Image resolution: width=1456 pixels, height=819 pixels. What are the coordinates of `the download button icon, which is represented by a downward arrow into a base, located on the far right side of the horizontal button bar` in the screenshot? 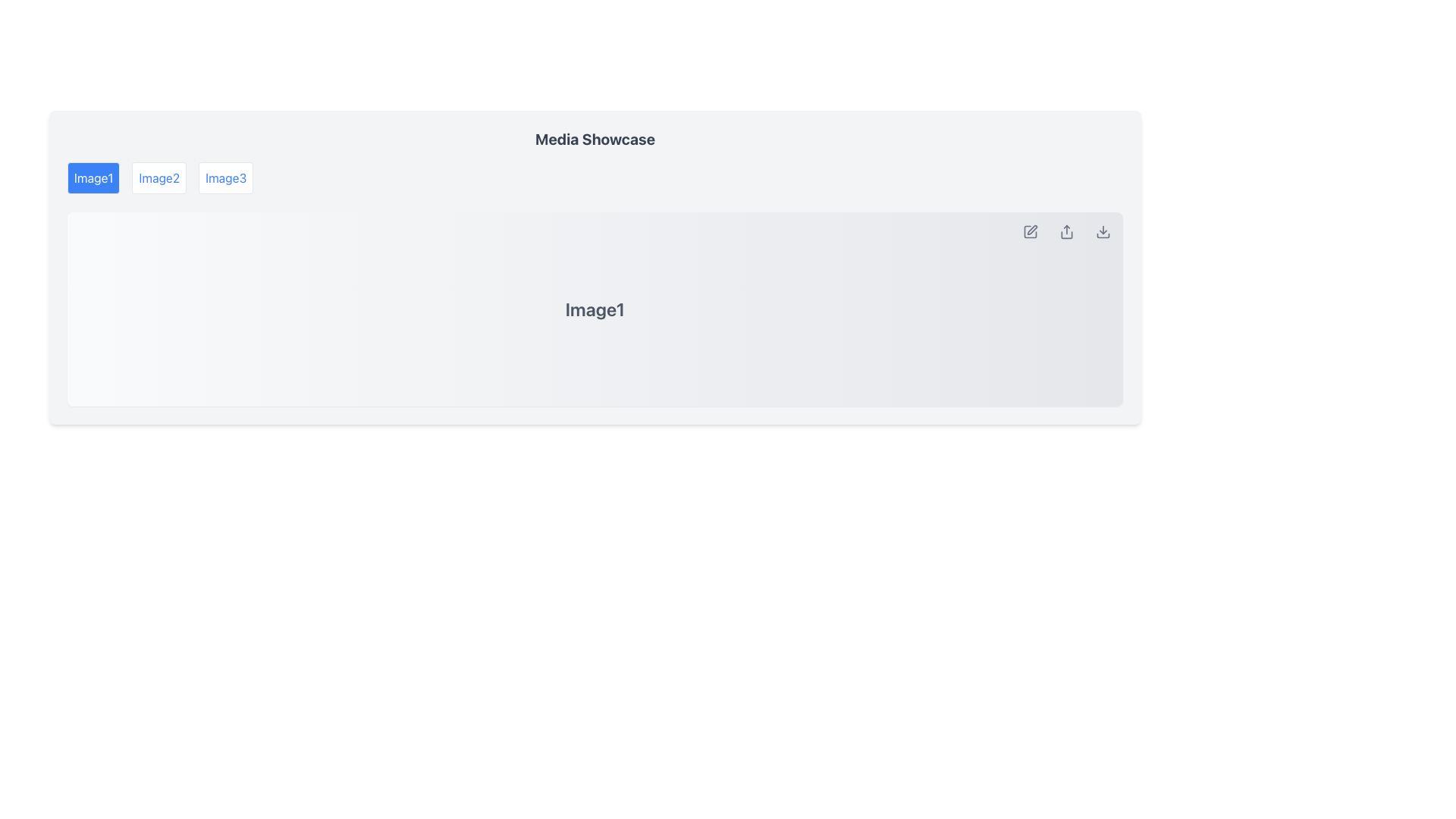 It's located at (1103, 231).